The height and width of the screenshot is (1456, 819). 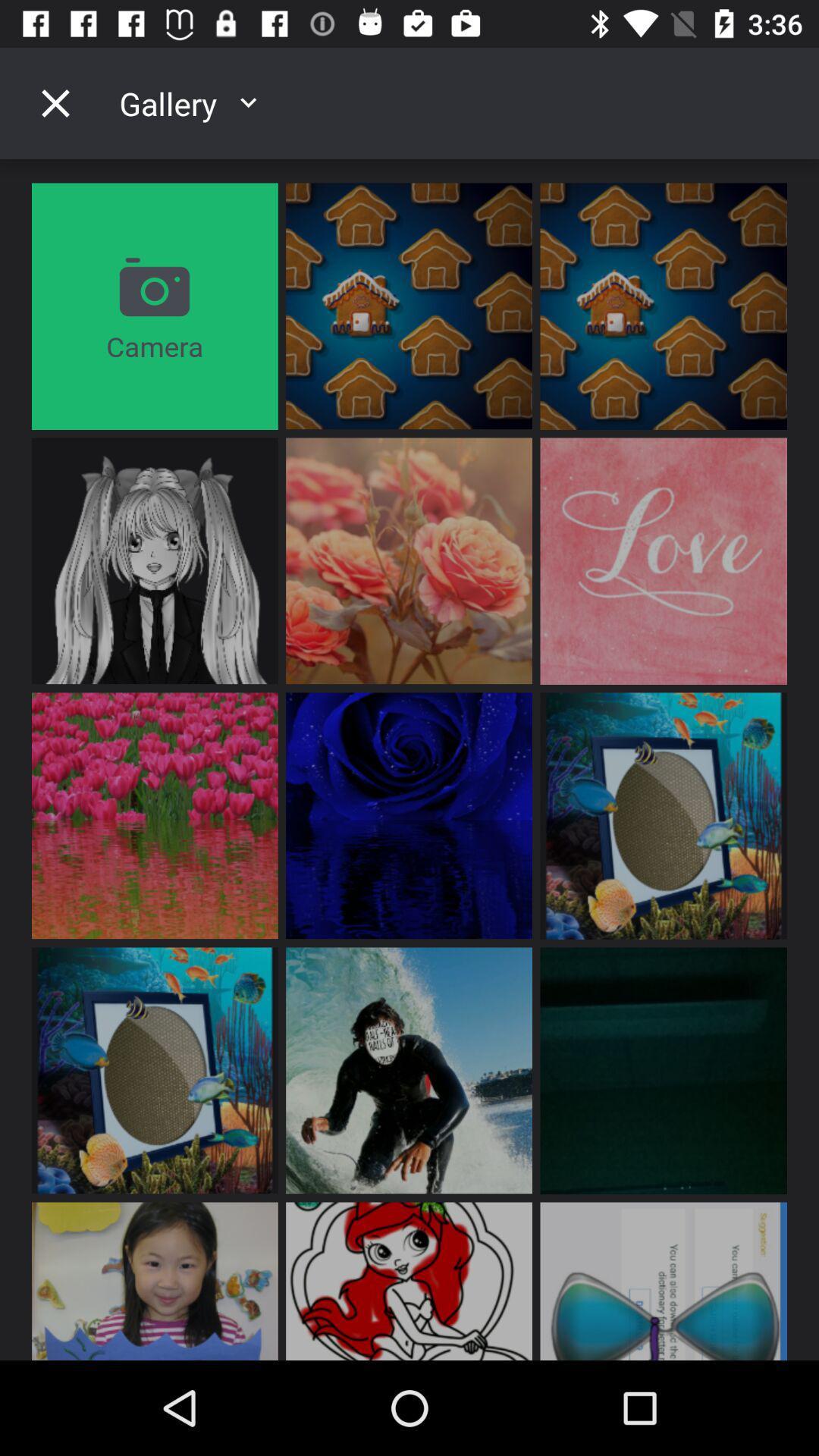 I want to click on the second image, so click(x=663, y=306).